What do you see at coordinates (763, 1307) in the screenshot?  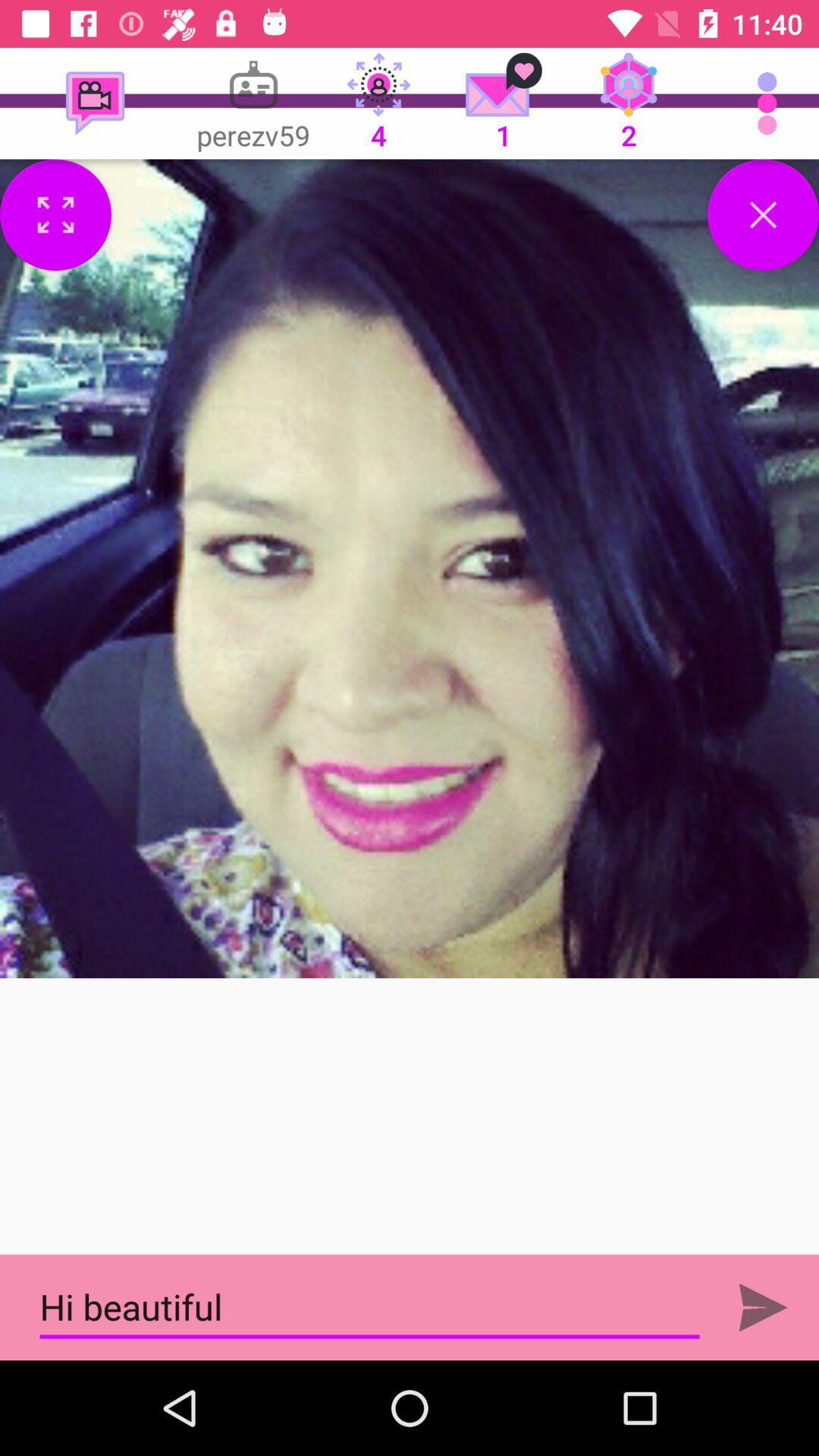 I see `sends message` at bounding box center [763, 1307].